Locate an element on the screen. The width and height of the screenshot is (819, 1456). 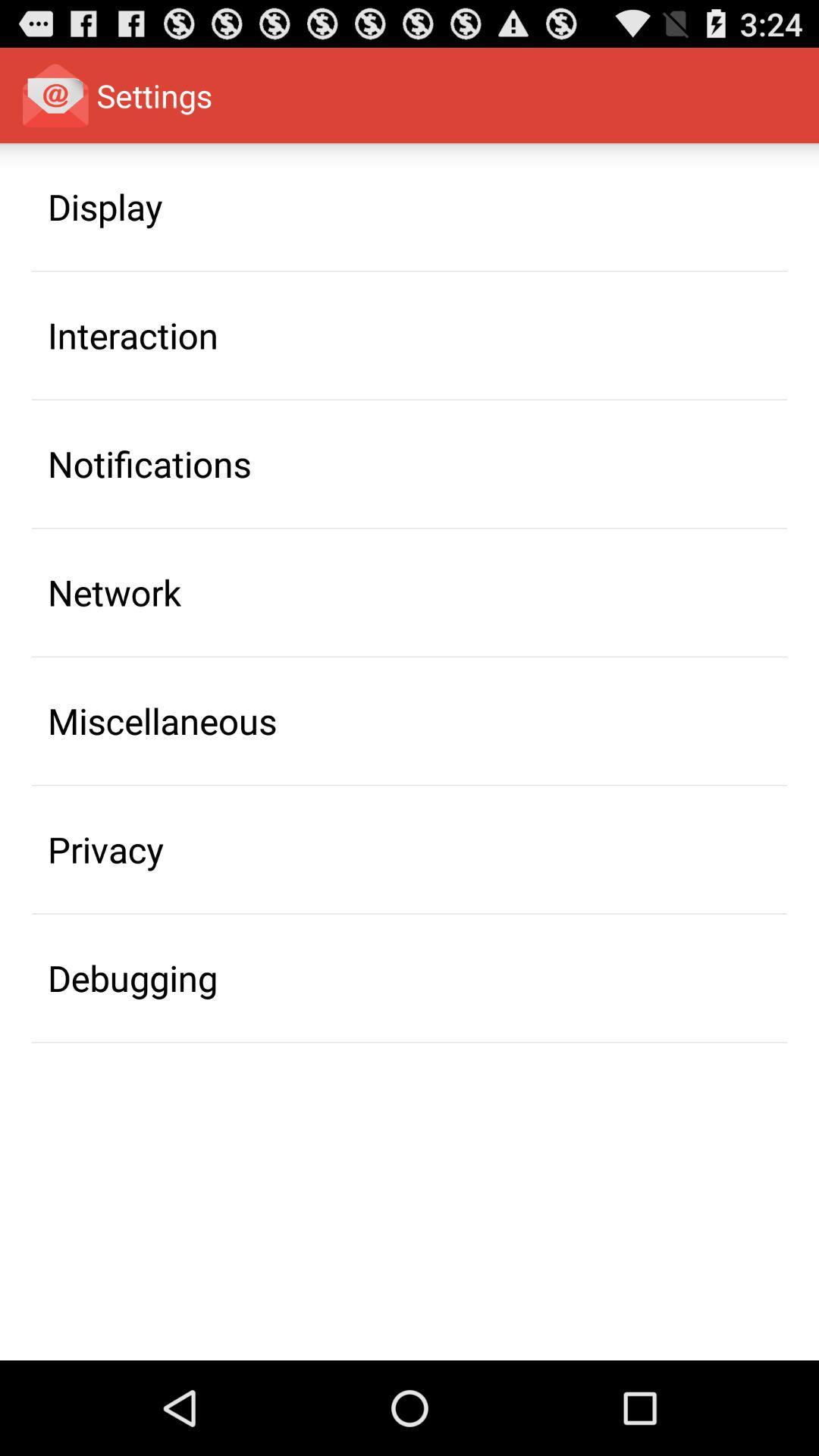
debugging at the bottom left corner is located at coordinates (132, 977).